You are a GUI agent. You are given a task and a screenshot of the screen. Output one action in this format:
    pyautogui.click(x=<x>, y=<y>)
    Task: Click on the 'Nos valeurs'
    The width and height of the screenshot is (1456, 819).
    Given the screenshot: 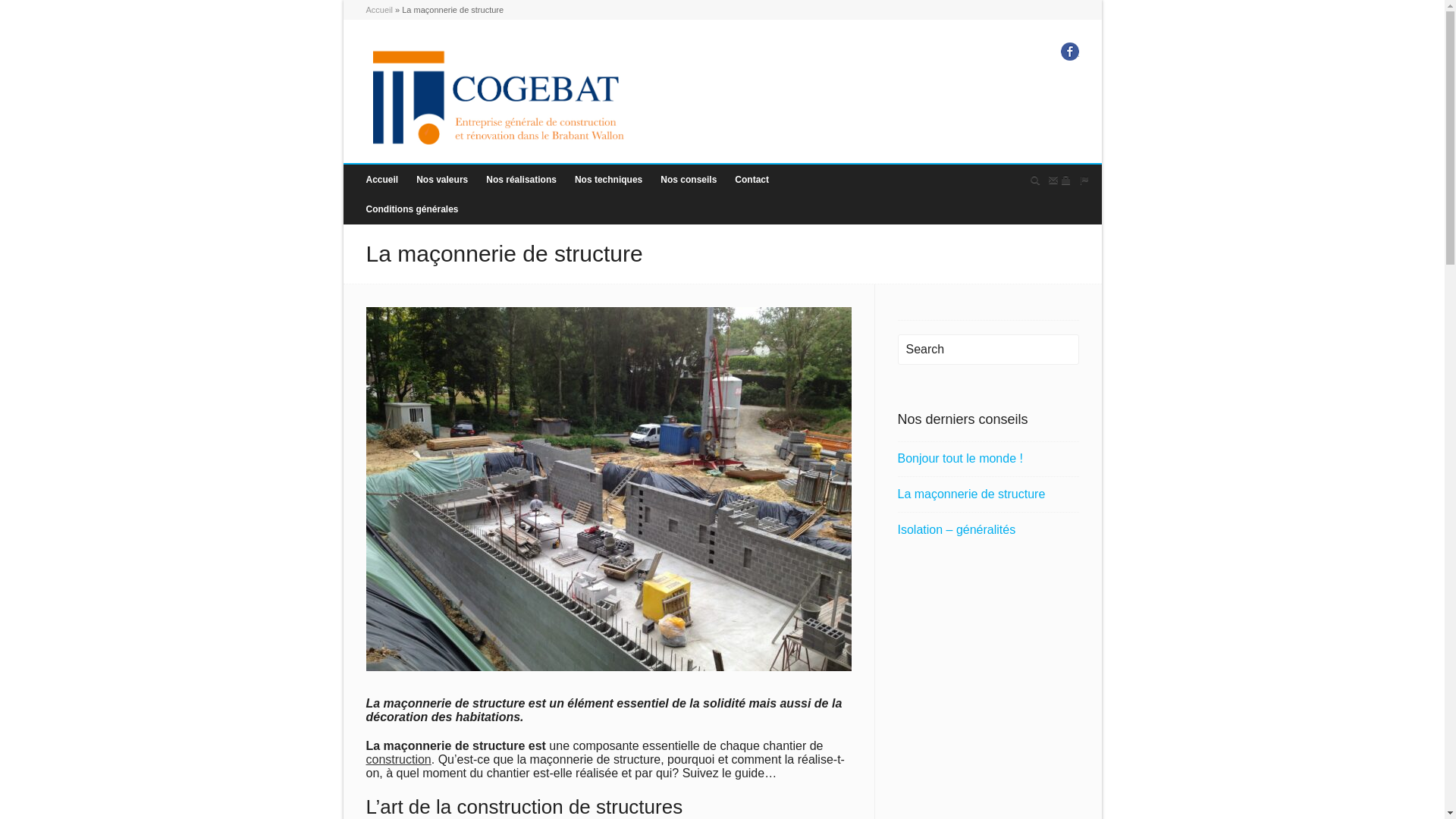 What is the action you would take?
    pyautogui.click(x=441, y=179)
    